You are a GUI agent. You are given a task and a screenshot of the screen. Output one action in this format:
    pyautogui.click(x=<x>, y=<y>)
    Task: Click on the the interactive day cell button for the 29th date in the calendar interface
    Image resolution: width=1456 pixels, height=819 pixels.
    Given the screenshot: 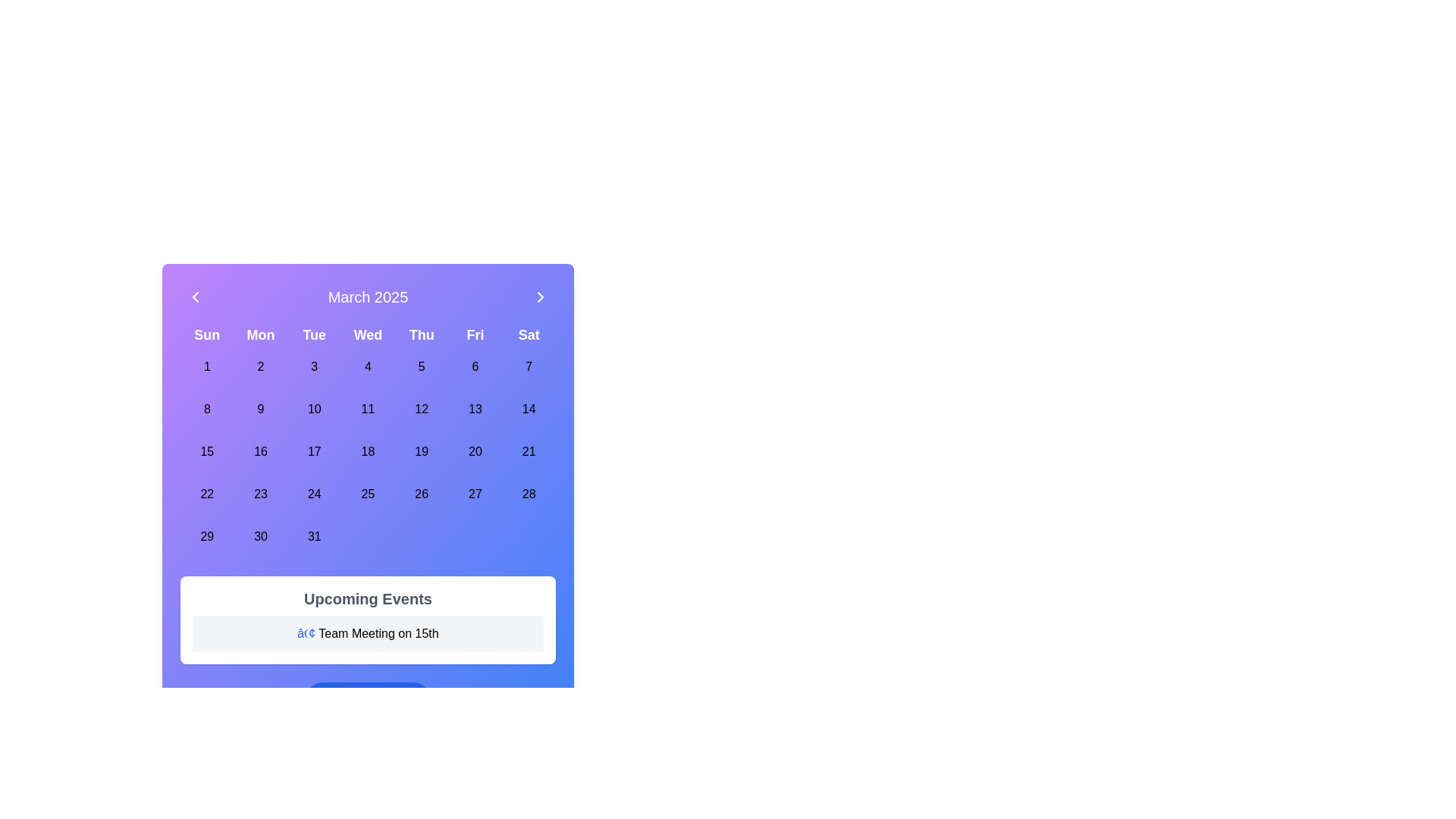 What is the action you would take?
    pyautogui.click(x=206, y=536)
    